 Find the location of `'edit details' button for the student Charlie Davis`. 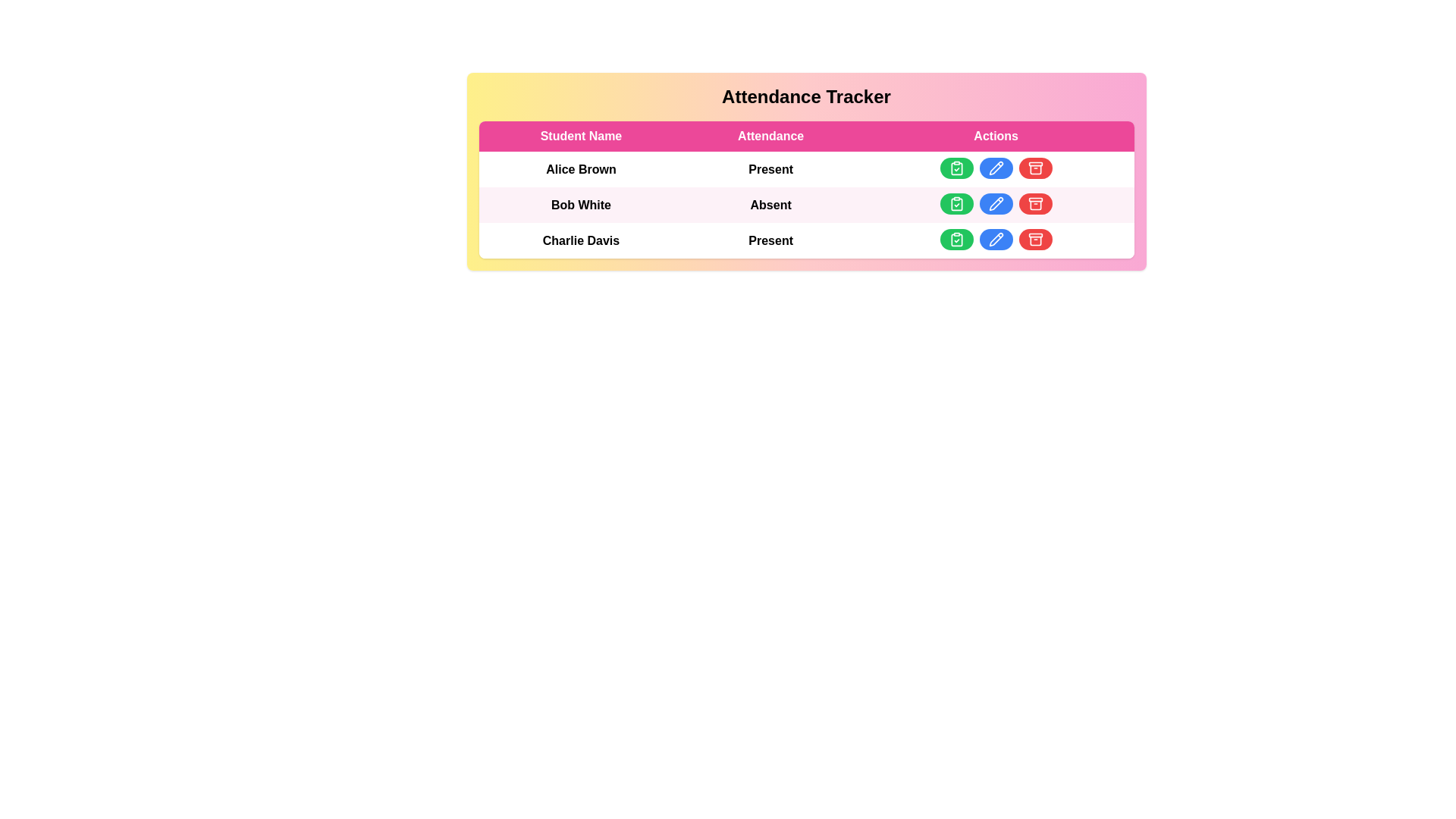

'edit details' button for the student Charlie Davis is located at coordinates (996, 239).